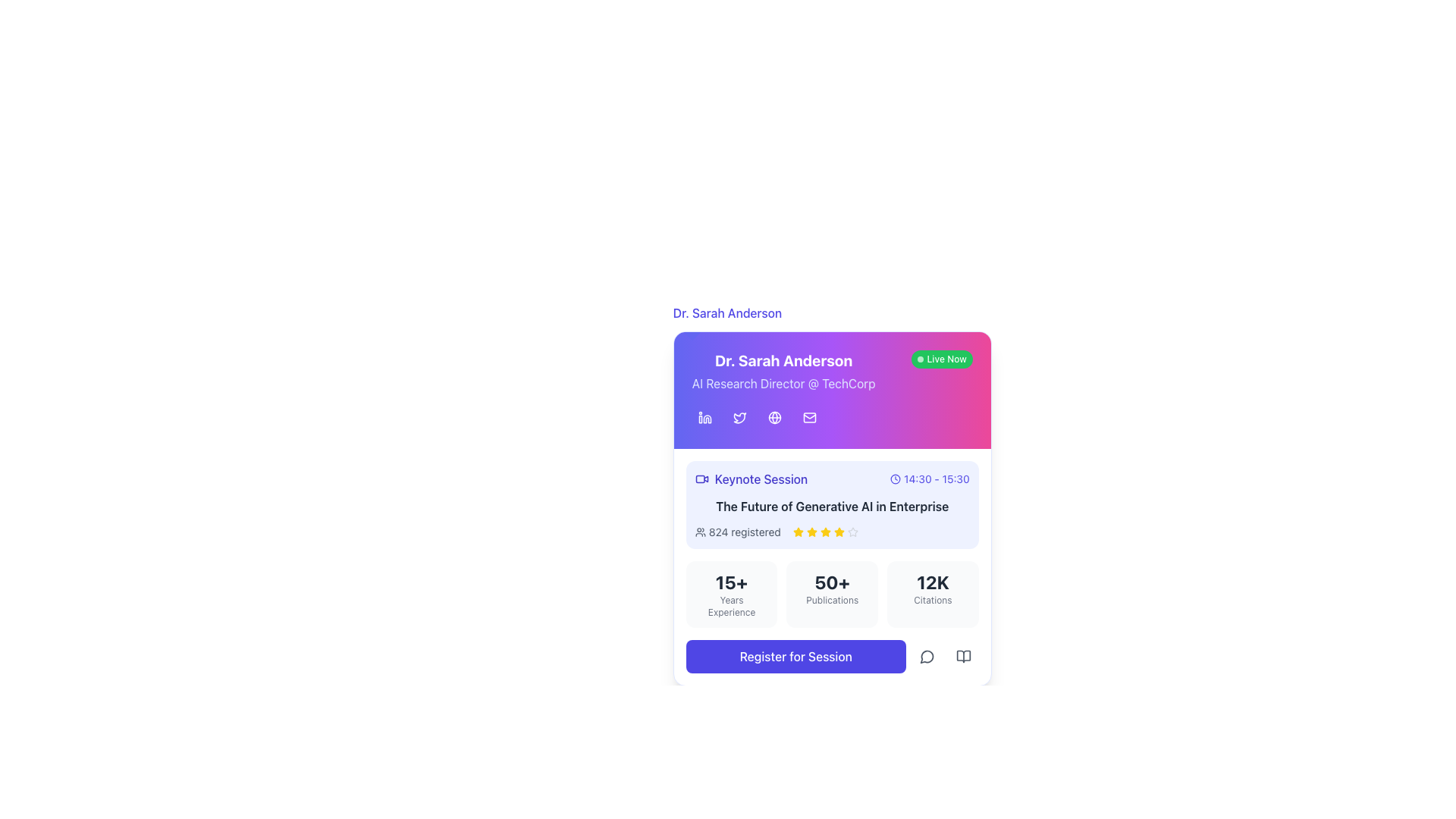 The width and height of the screenshot is (1456, 819). Describe the element at coordinates (699, 532) in the screenshot. I see `the user group icon, which is a stylized silhouette of two people, located to the left of the text '824 registered' in the section detailing 'The Future of Generative AI in Enterprise'` at that location.